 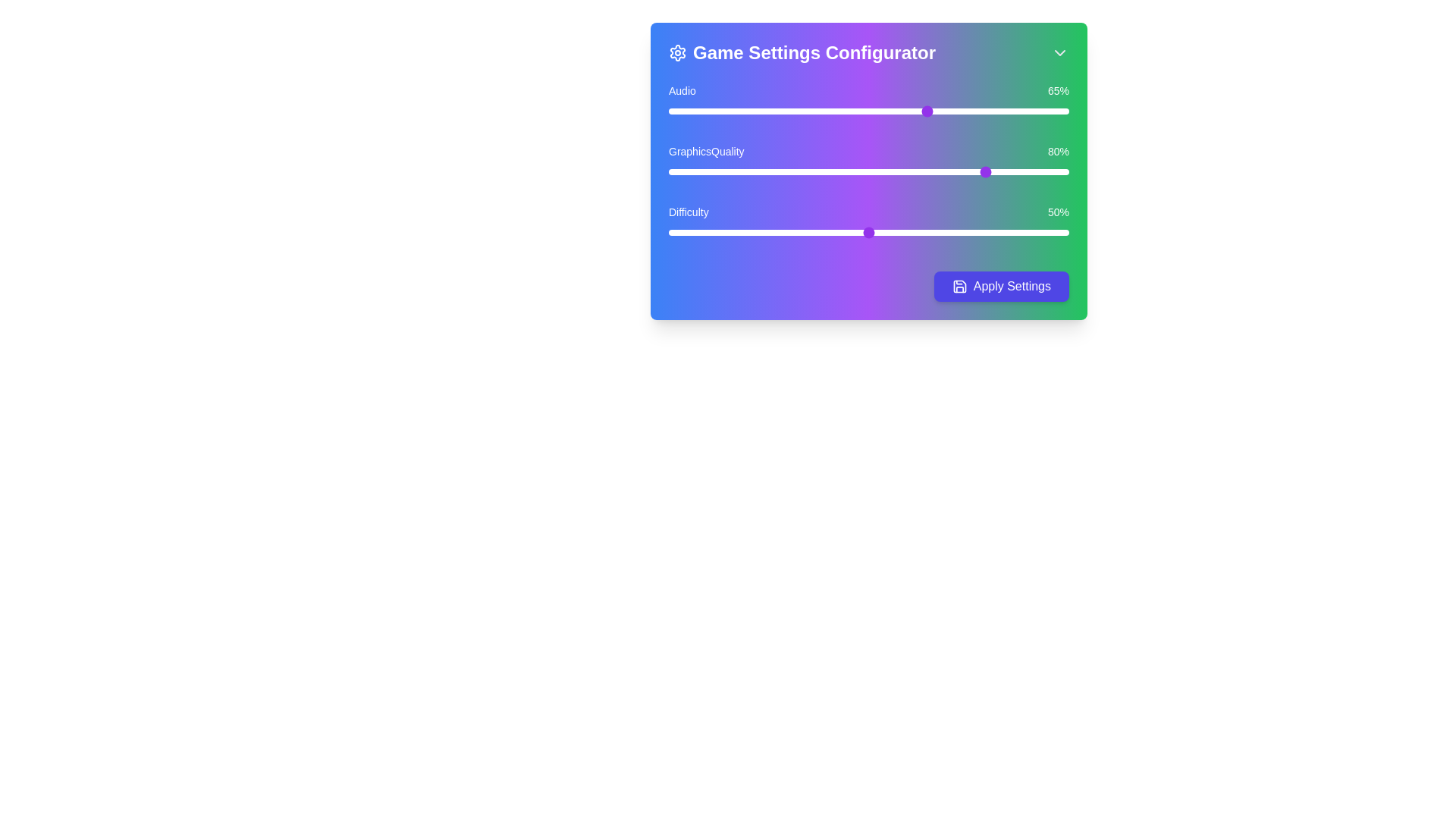 I want to click on the settings icon located at the top-left corner of the header section, so click(x=676, y=52).